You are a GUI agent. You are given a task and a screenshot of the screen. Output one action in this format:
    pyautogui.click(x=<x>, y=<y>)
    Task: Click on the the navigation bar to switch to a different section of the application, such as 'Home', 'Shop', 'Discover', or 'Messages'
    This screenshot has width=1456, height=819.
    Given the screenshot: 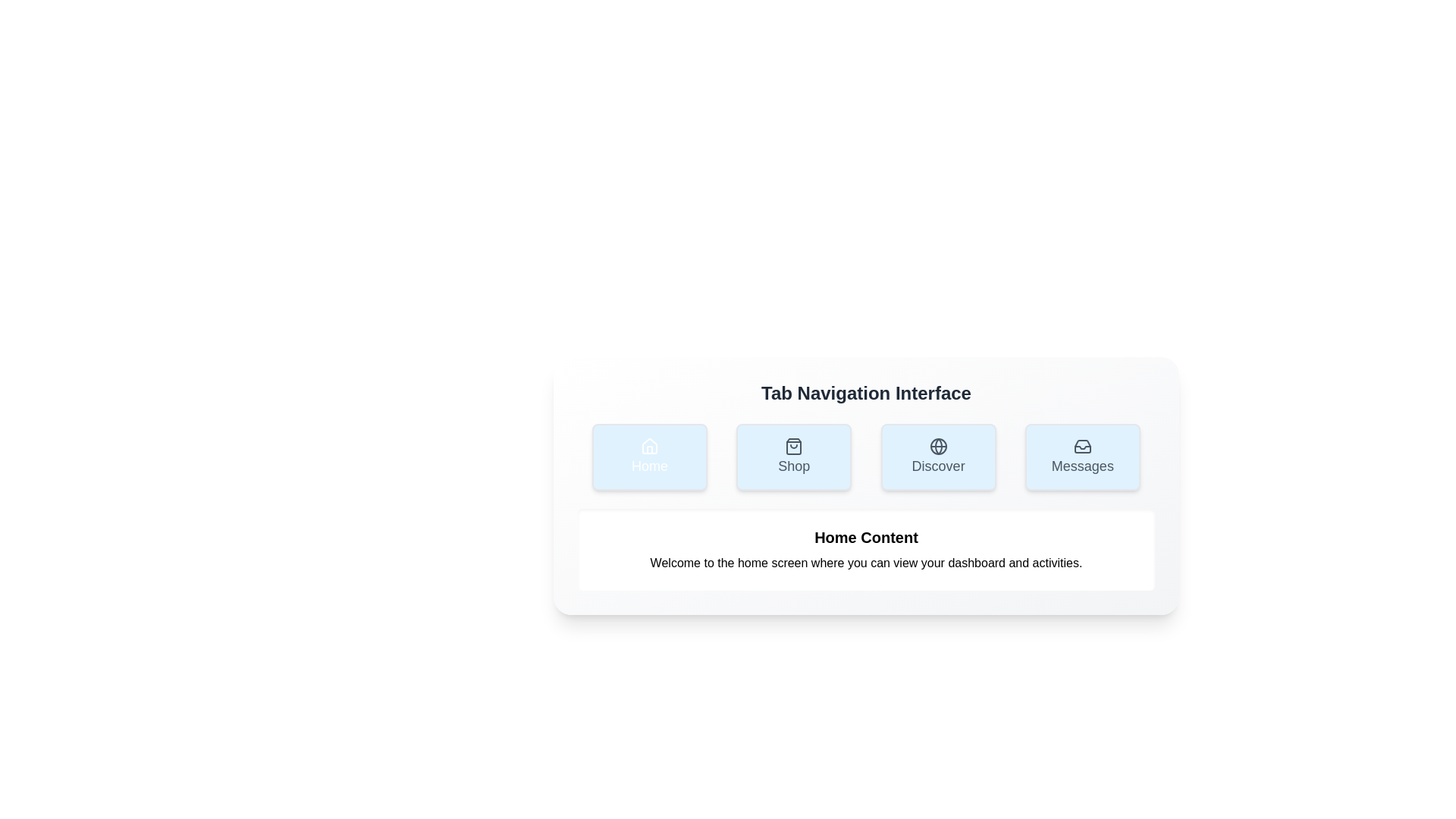 What is the action you would take?
    pyautogui.click(x=866, y=456)
    